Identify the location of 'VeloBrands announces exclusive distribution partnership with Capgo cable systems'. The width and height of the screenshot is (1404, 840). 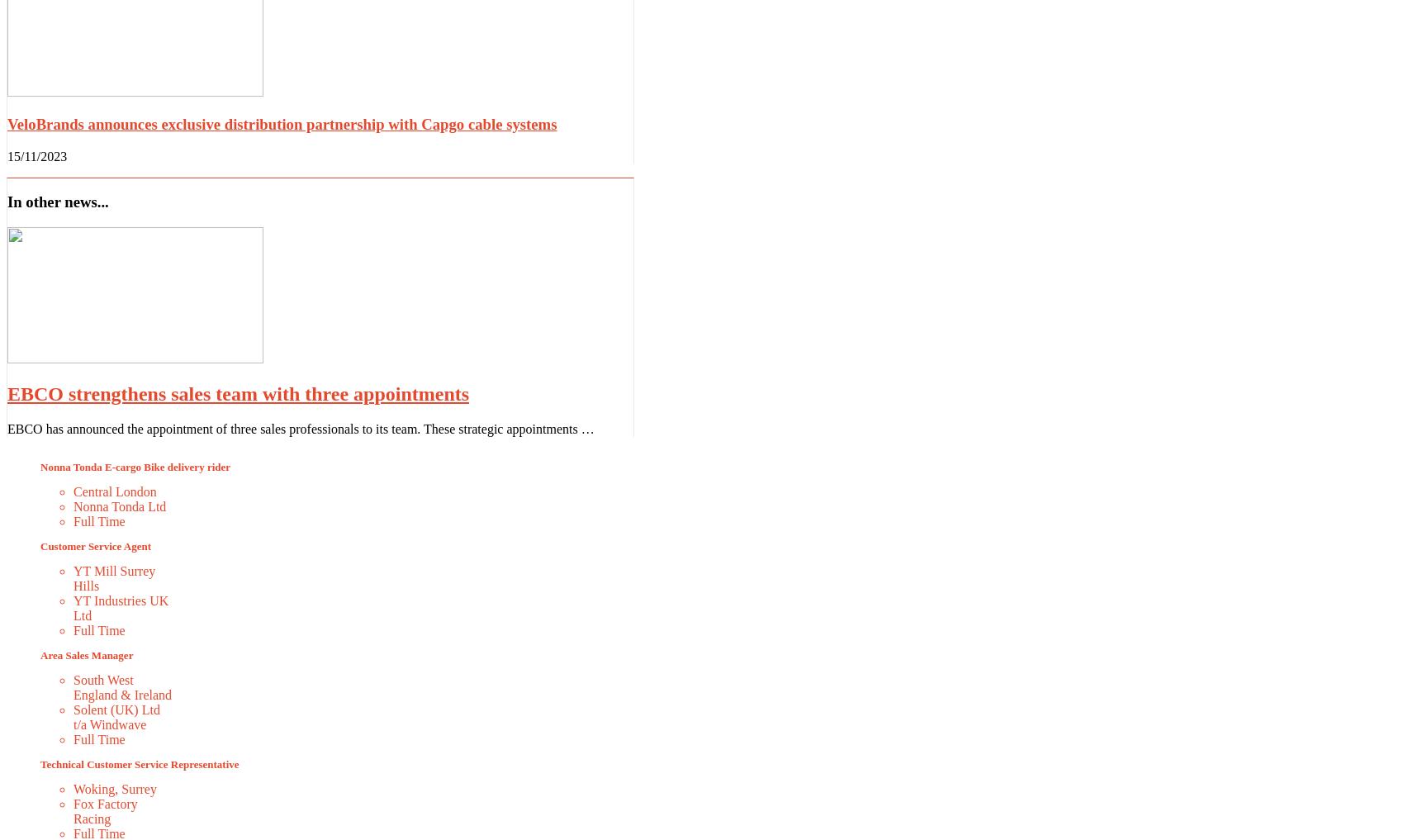
(7, 123).